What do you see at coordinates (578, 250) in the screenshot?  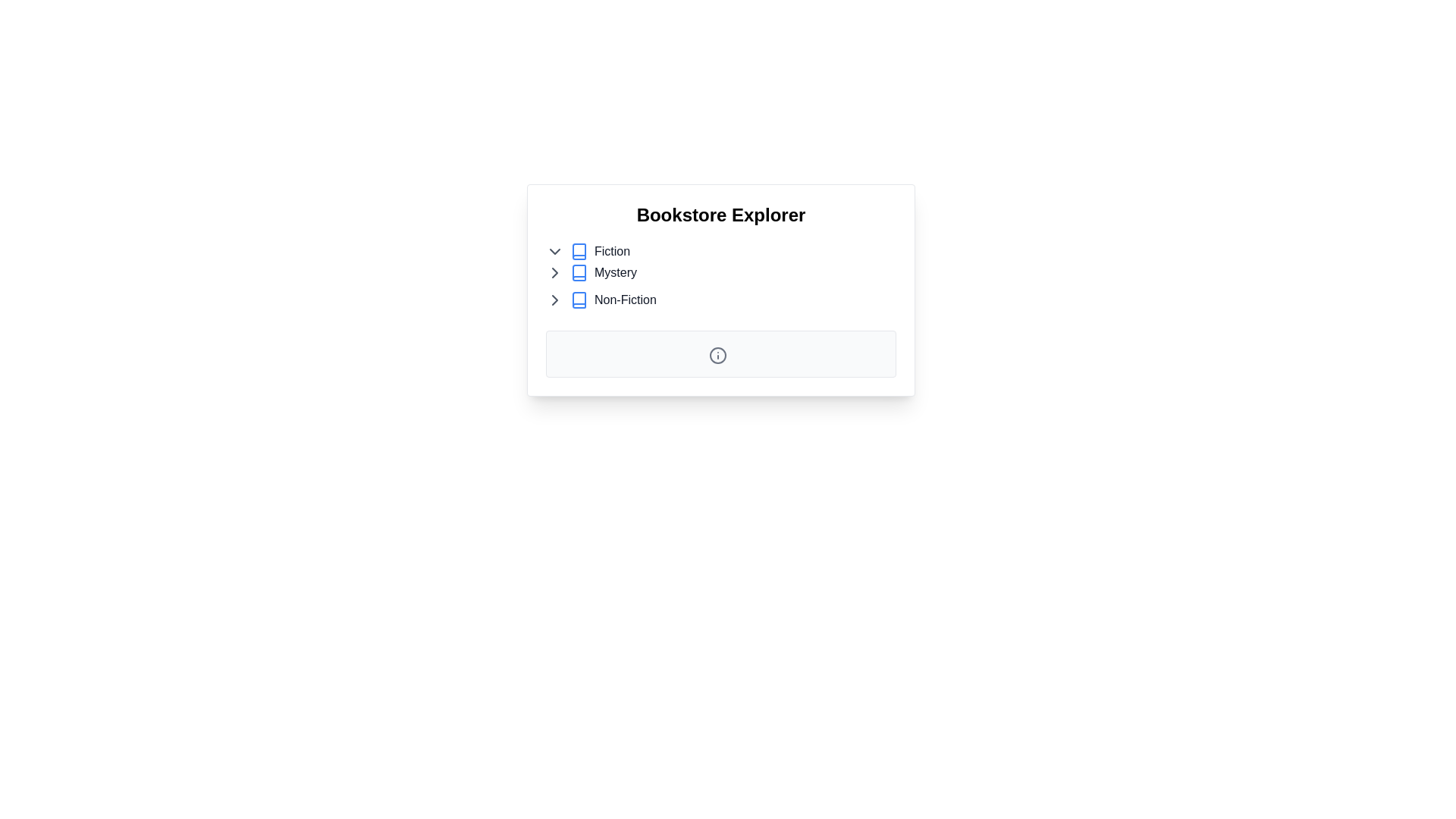 I see `the book icon located to the left of the 'Fiction' text in the 'Bookstore Explorer' vertical list` at bounding box center [578, 250].